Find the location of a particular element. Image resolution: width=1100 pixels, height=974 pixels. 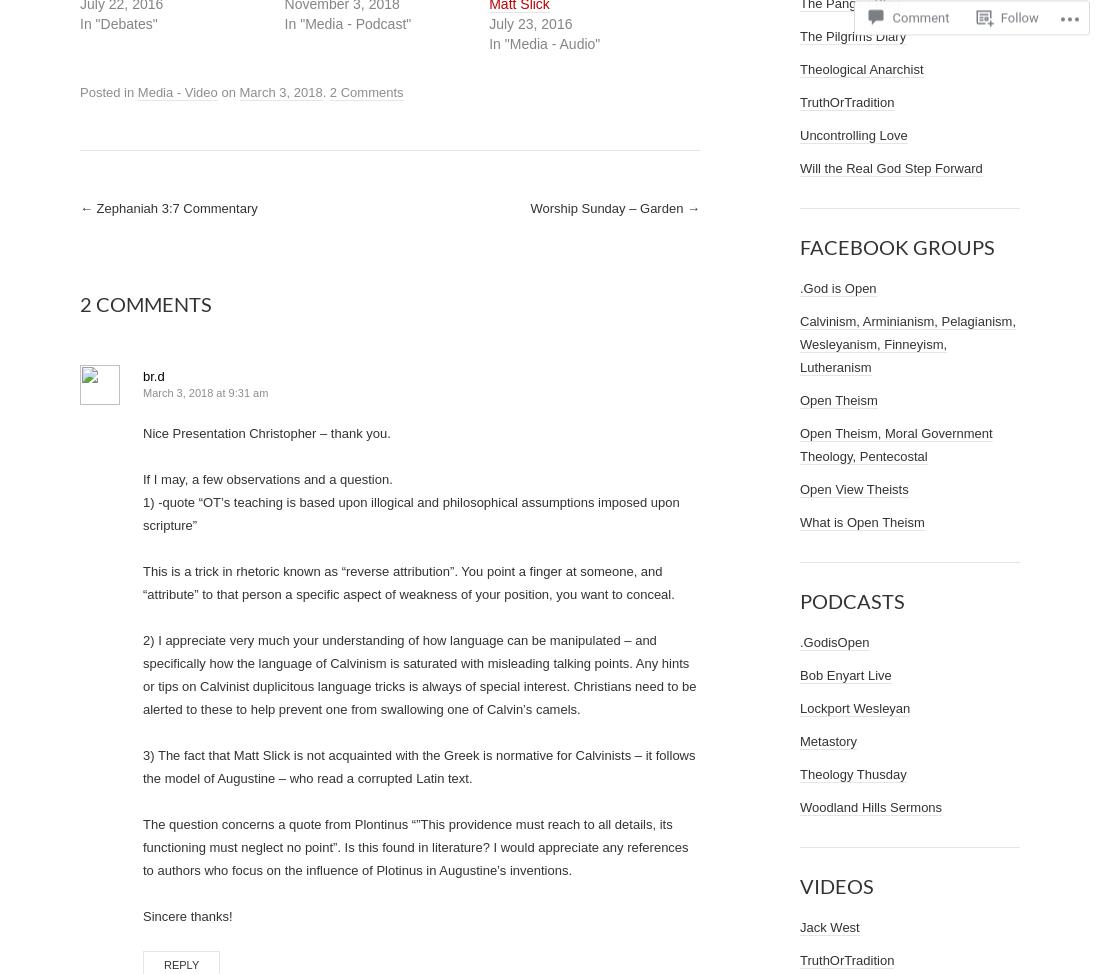

'Bob Enyart Live' is located at coordinates (800, 675).